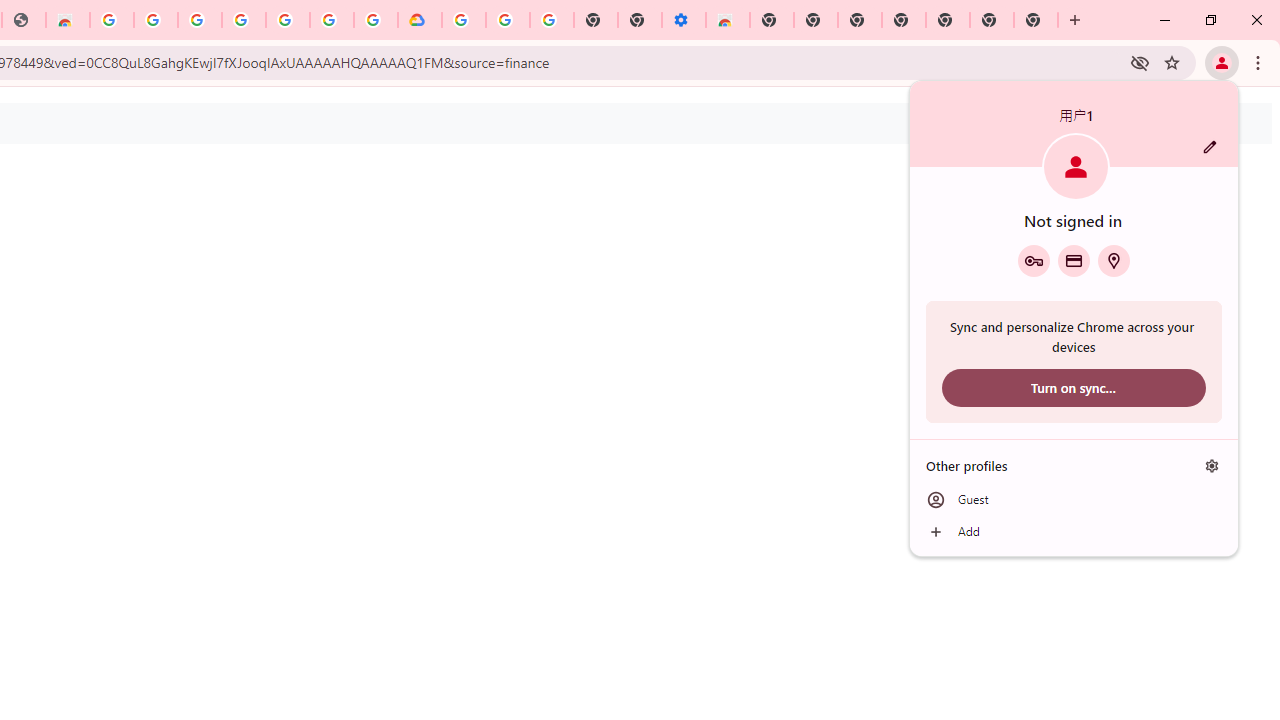 This screenshot has width=1280, height=720. What do you see at coordinates (199, 20) in the screenshot?
I see `'Sign in - Google Accounts'` at bounding box center [199, 20].